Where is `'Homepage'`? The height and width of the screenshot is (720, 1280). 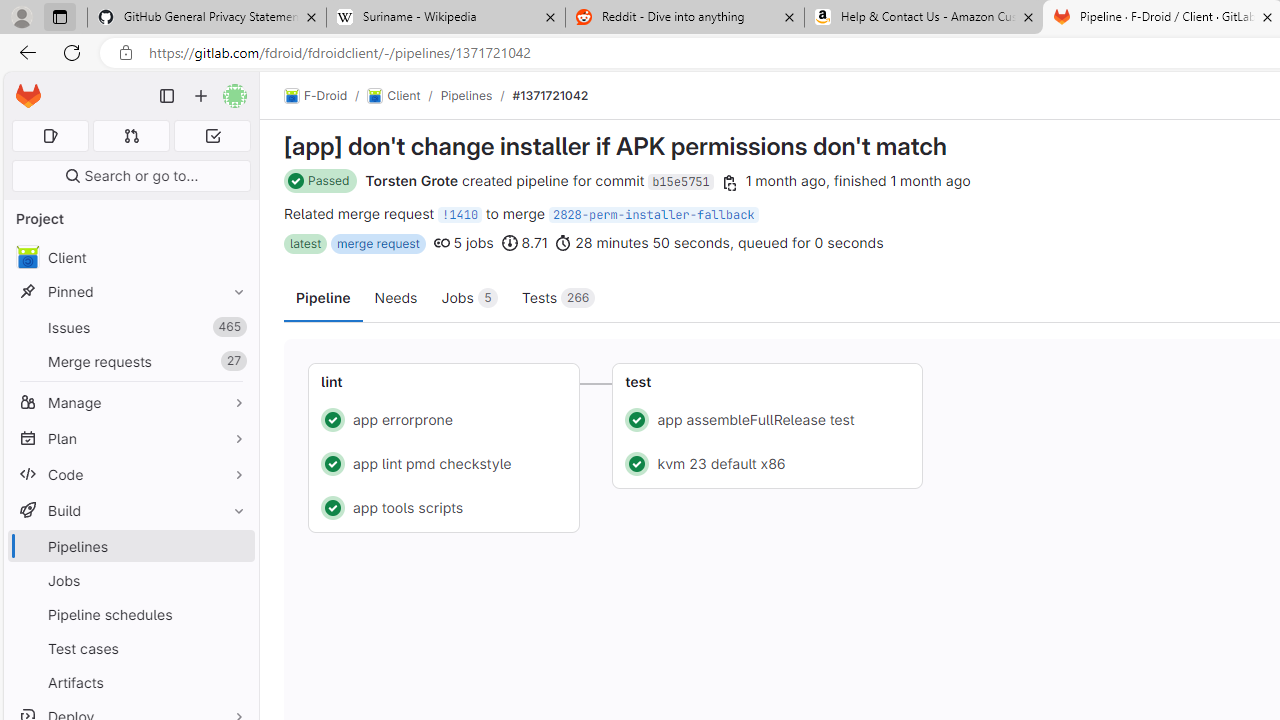 'Homepage' is located at coordinates (28, 96).